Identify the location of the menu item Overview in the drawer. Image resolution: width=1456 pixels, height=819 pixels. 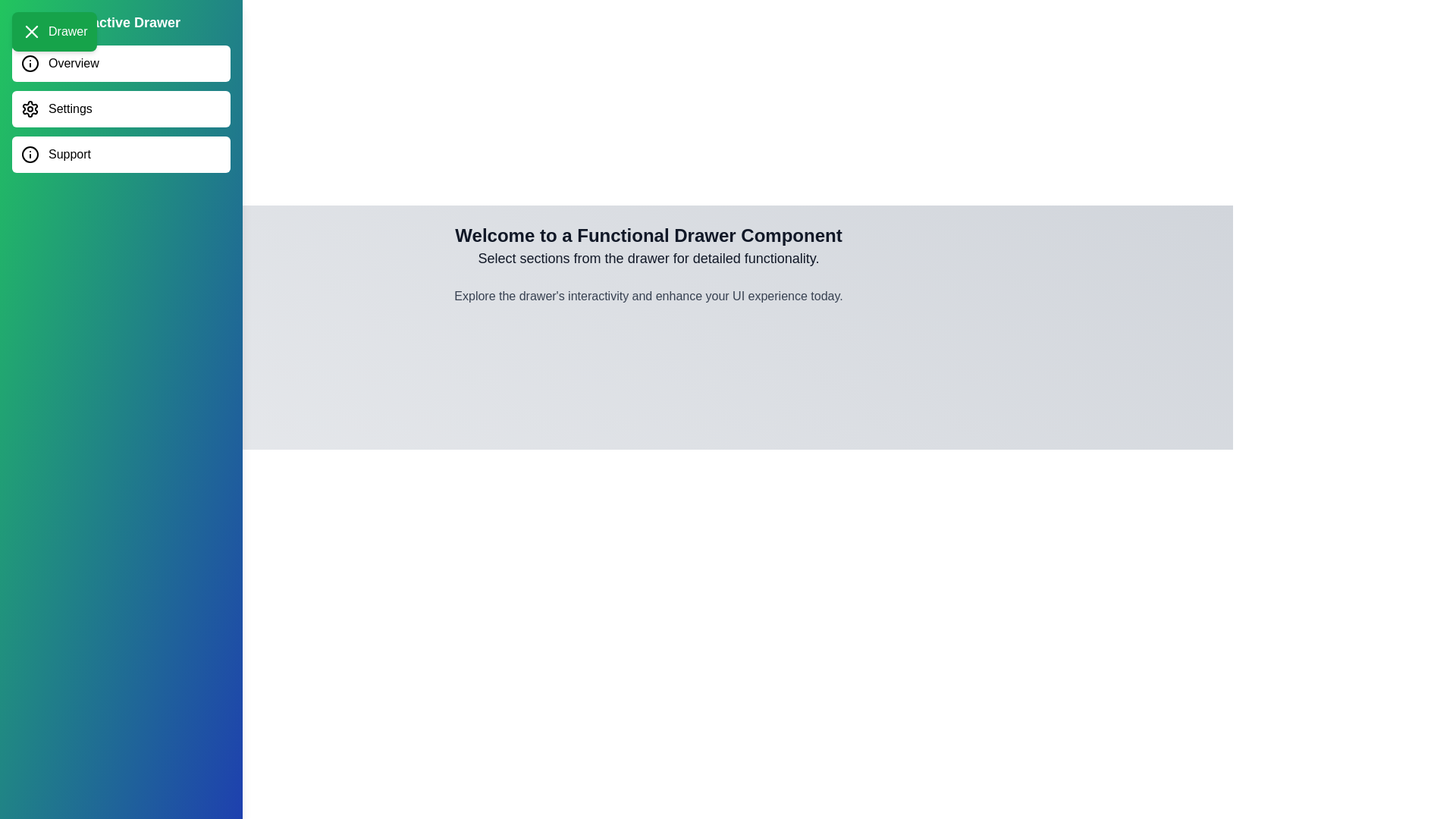
(120, 63).